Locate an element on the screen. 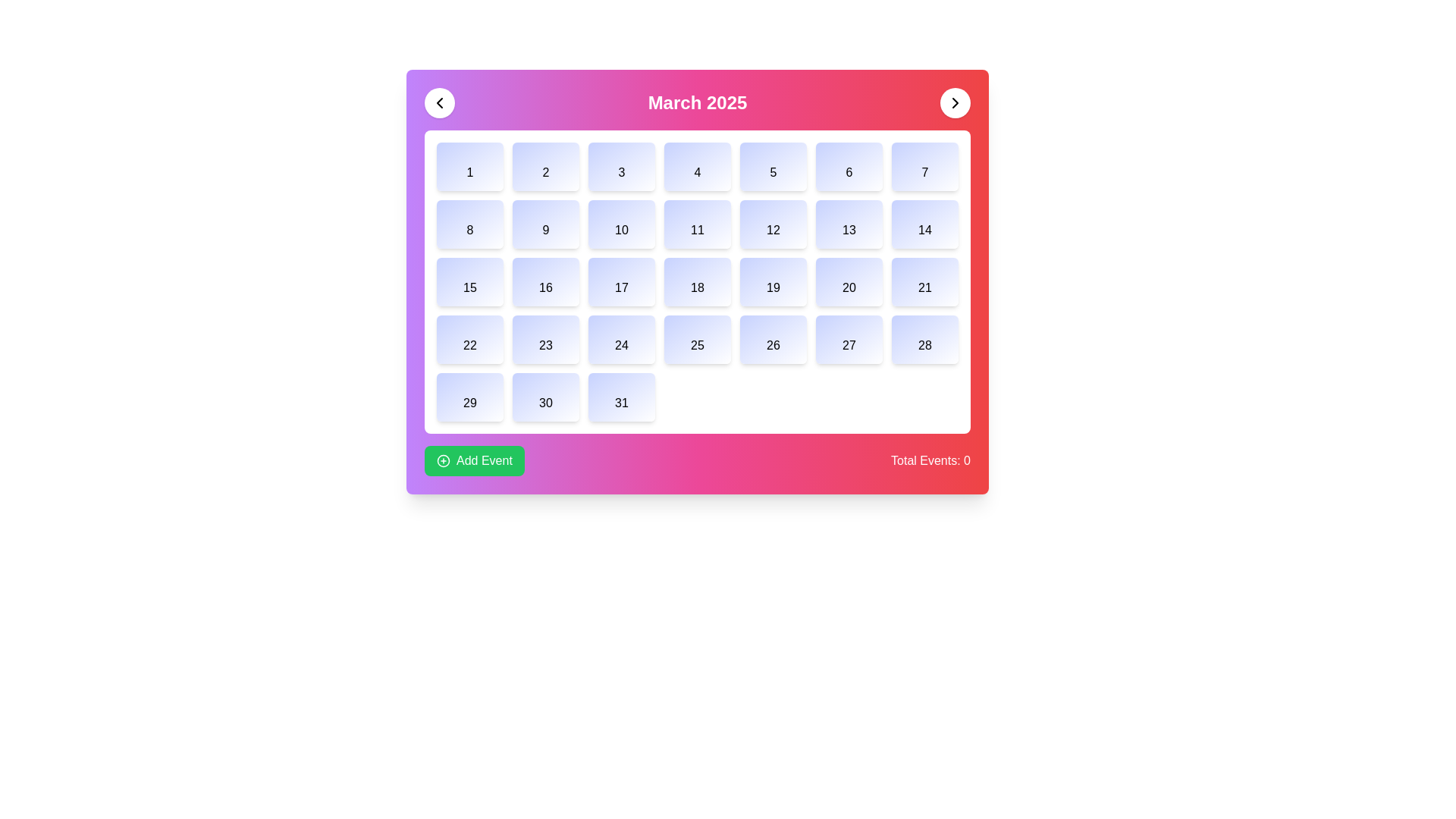 The height and width of the screenshot is (819, 1456). the calendar day grid item displaying the number '20' is located at coordinates (848, 281).